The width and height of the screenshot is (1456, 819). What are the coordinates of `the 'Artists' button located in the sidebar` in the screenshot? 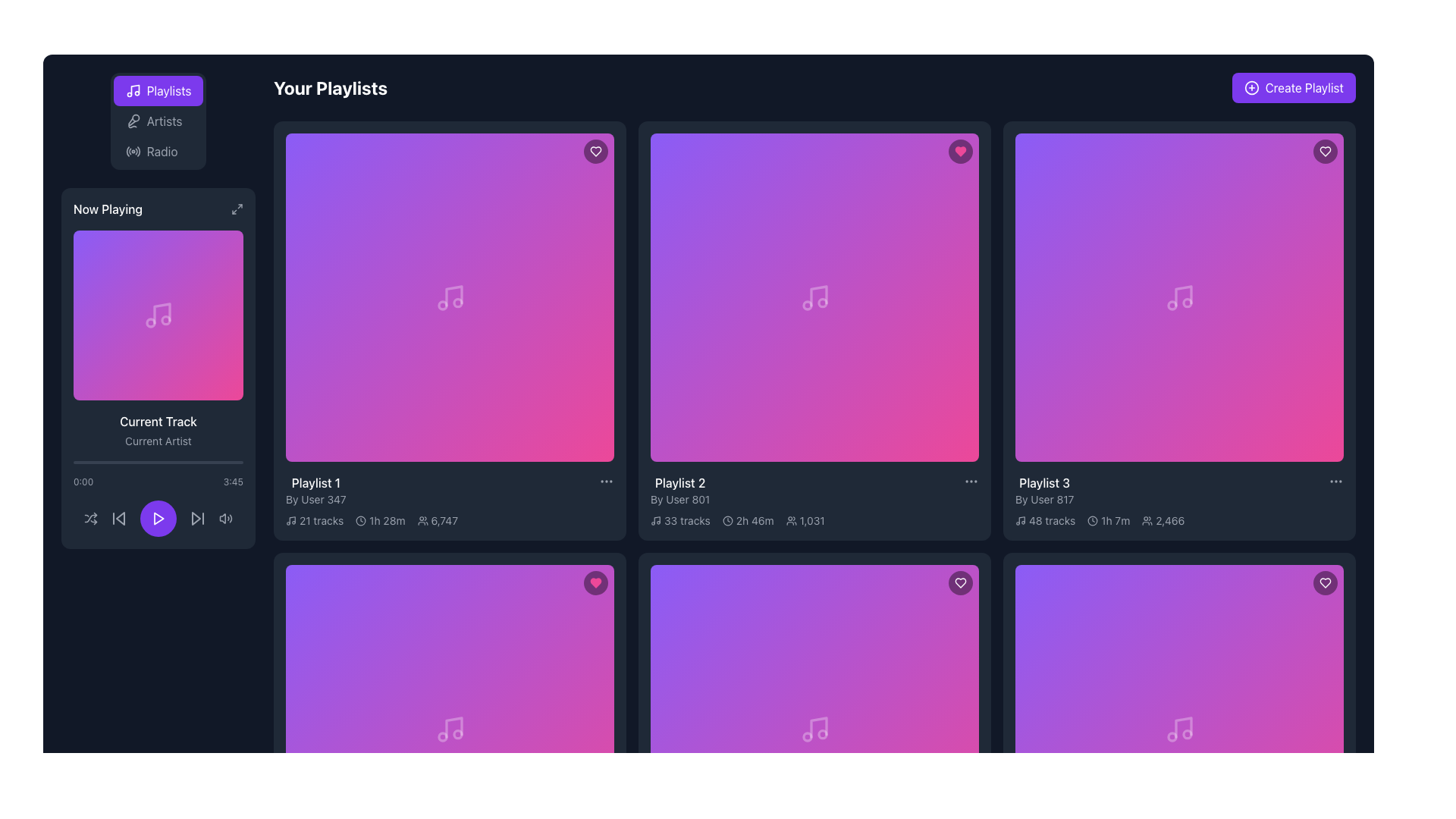 It's located at (153, 120).